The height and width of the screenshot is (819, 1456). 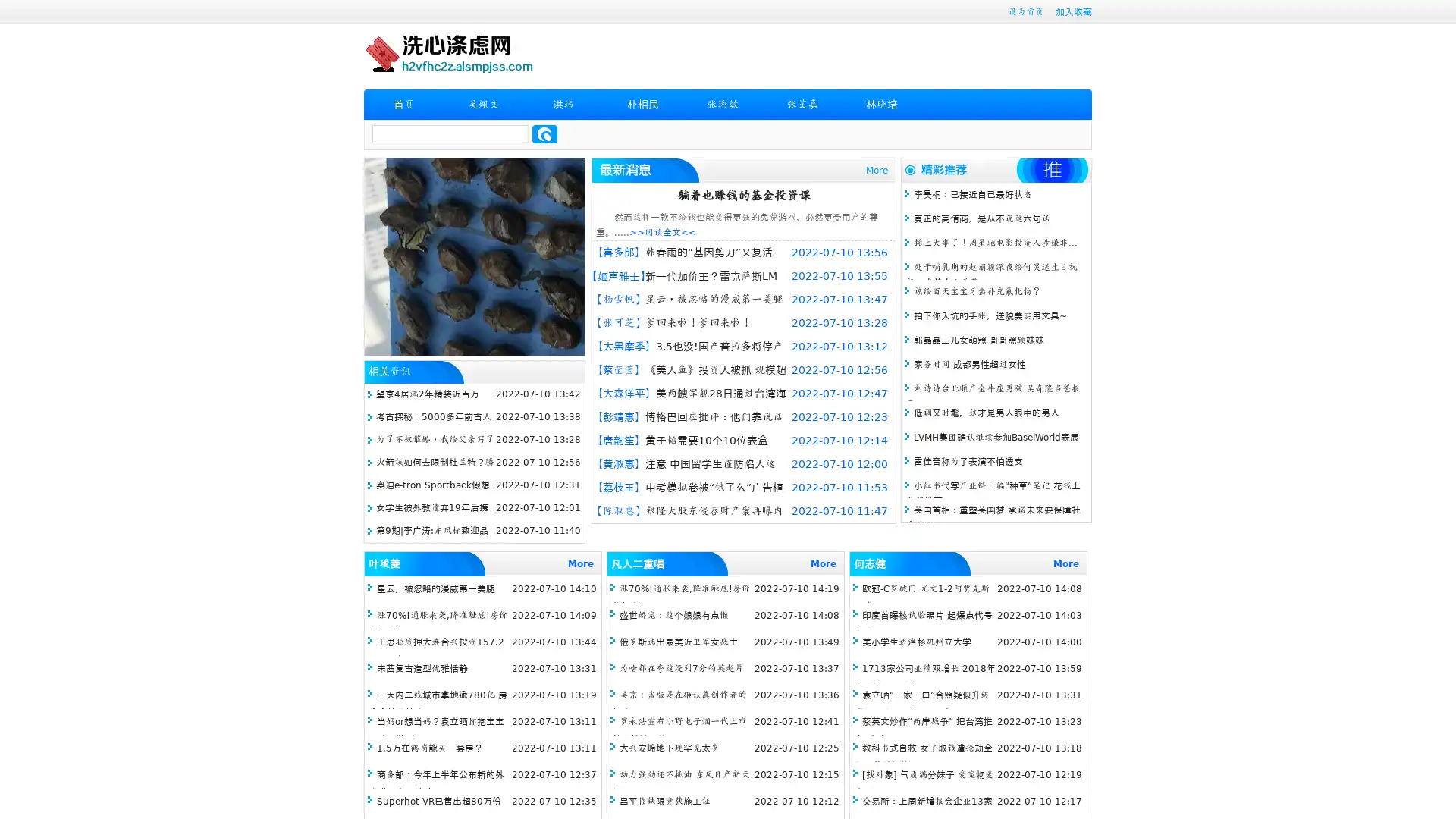 What do you see at coordinates (544, 133) in the screenshot?
I see `Search` at bounding box center [544, 133].